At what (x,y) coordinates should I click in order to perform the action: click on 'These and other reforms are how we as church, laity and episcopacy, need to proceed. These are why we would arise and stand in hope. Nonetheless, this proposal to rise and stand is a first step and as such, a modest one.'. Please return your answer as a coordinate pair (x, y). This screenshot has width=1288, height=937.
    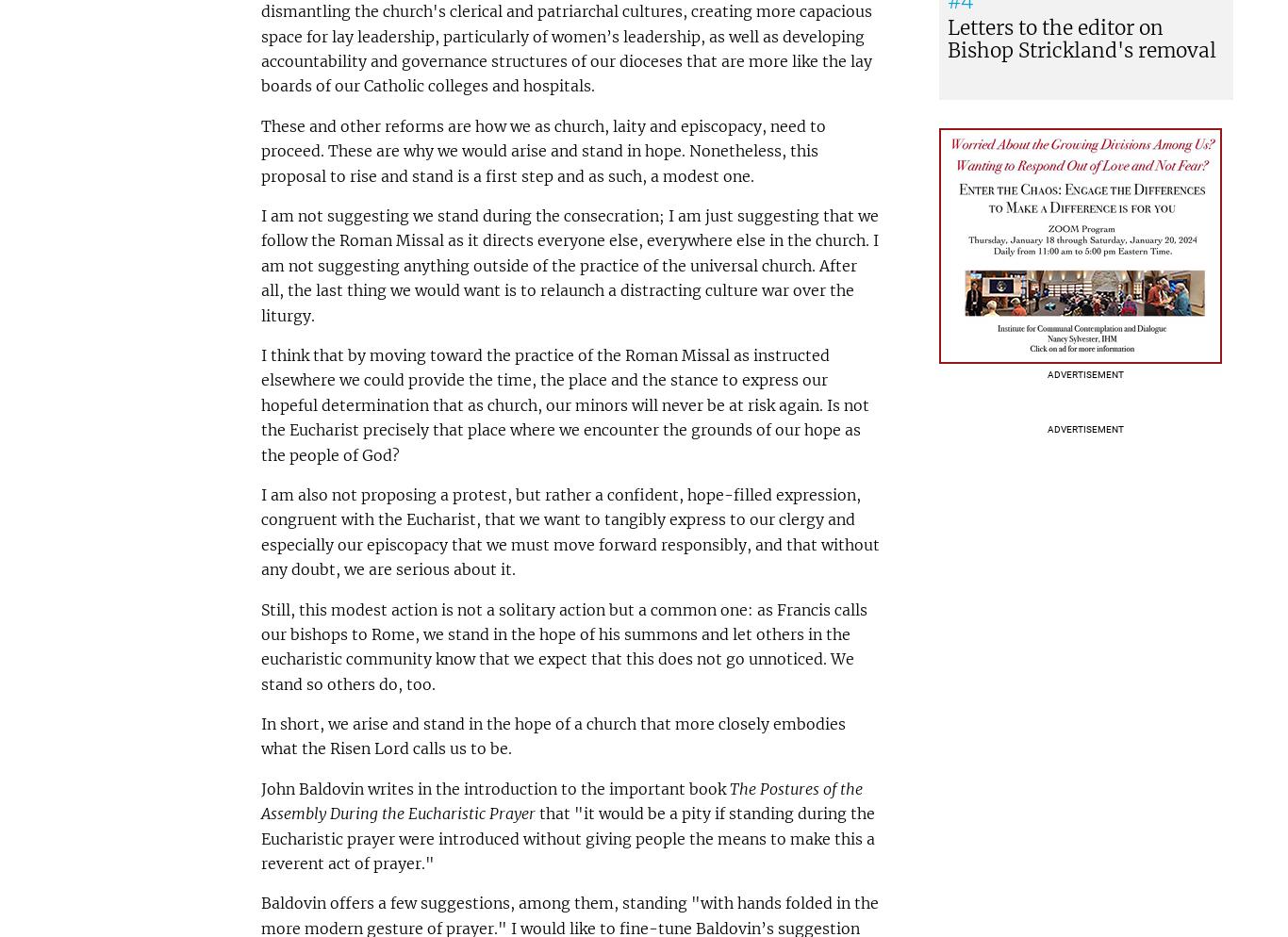
    Looking at the image, I should click on (541, 150).